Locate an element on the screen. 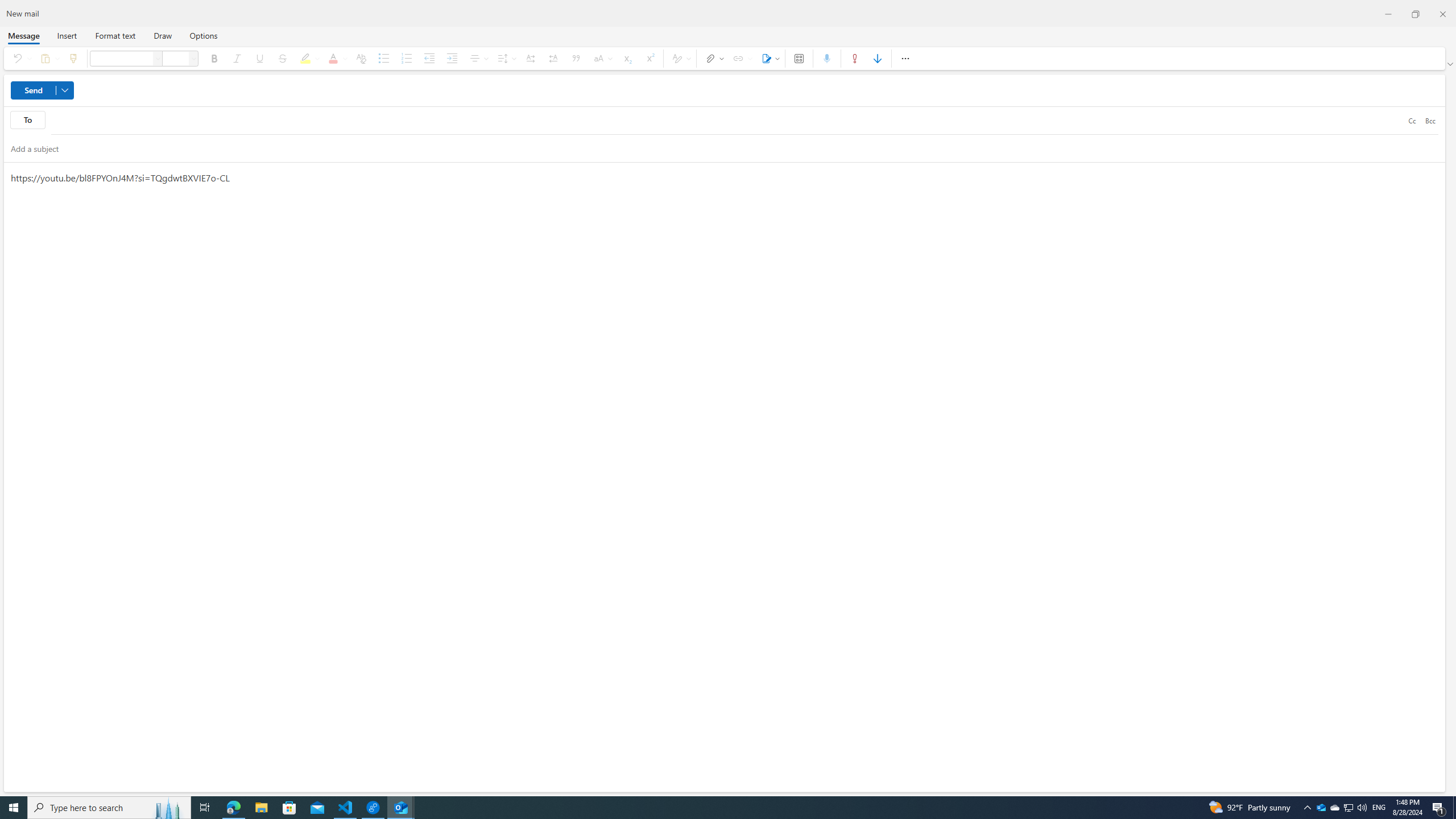 The image size is (1456, 819). 'Underline' is located at coordinates (259, 58).